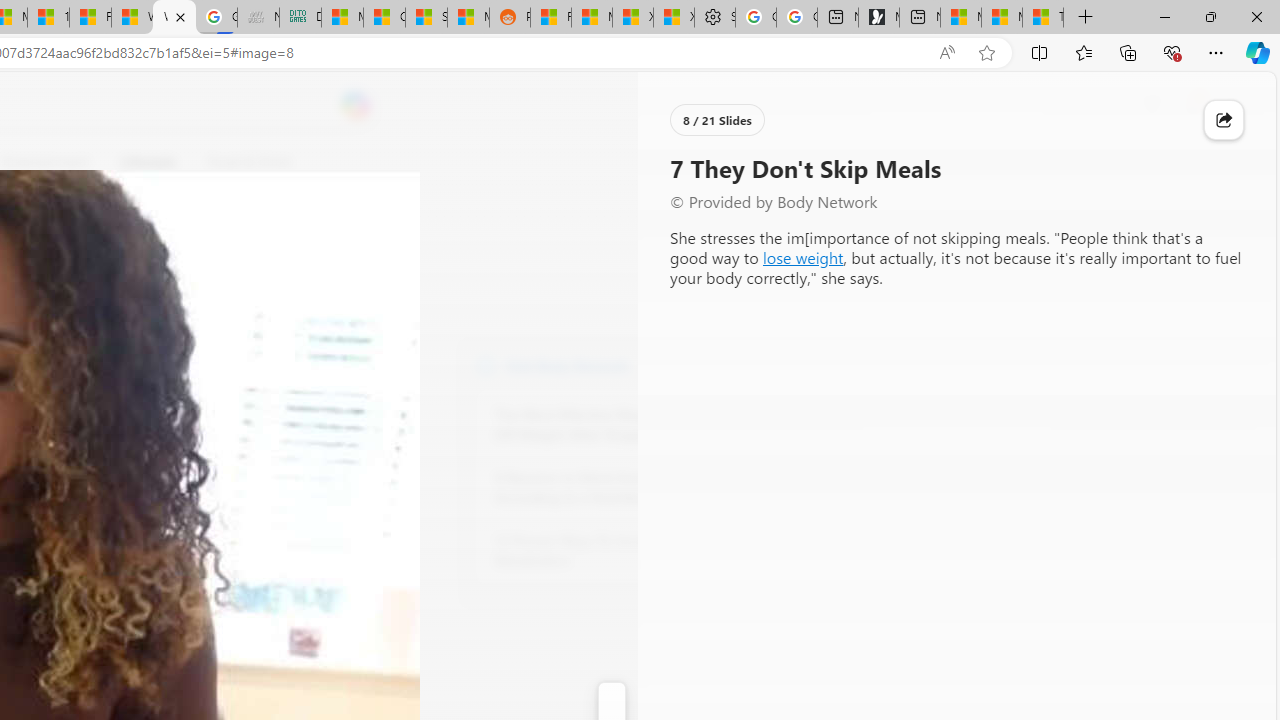 The height and width of the screenshot is (720, 1280). What do you see at coordinates (356, 105) in the screenshot?
I see `'Open Copilot'` at bounding box center [356, 105].